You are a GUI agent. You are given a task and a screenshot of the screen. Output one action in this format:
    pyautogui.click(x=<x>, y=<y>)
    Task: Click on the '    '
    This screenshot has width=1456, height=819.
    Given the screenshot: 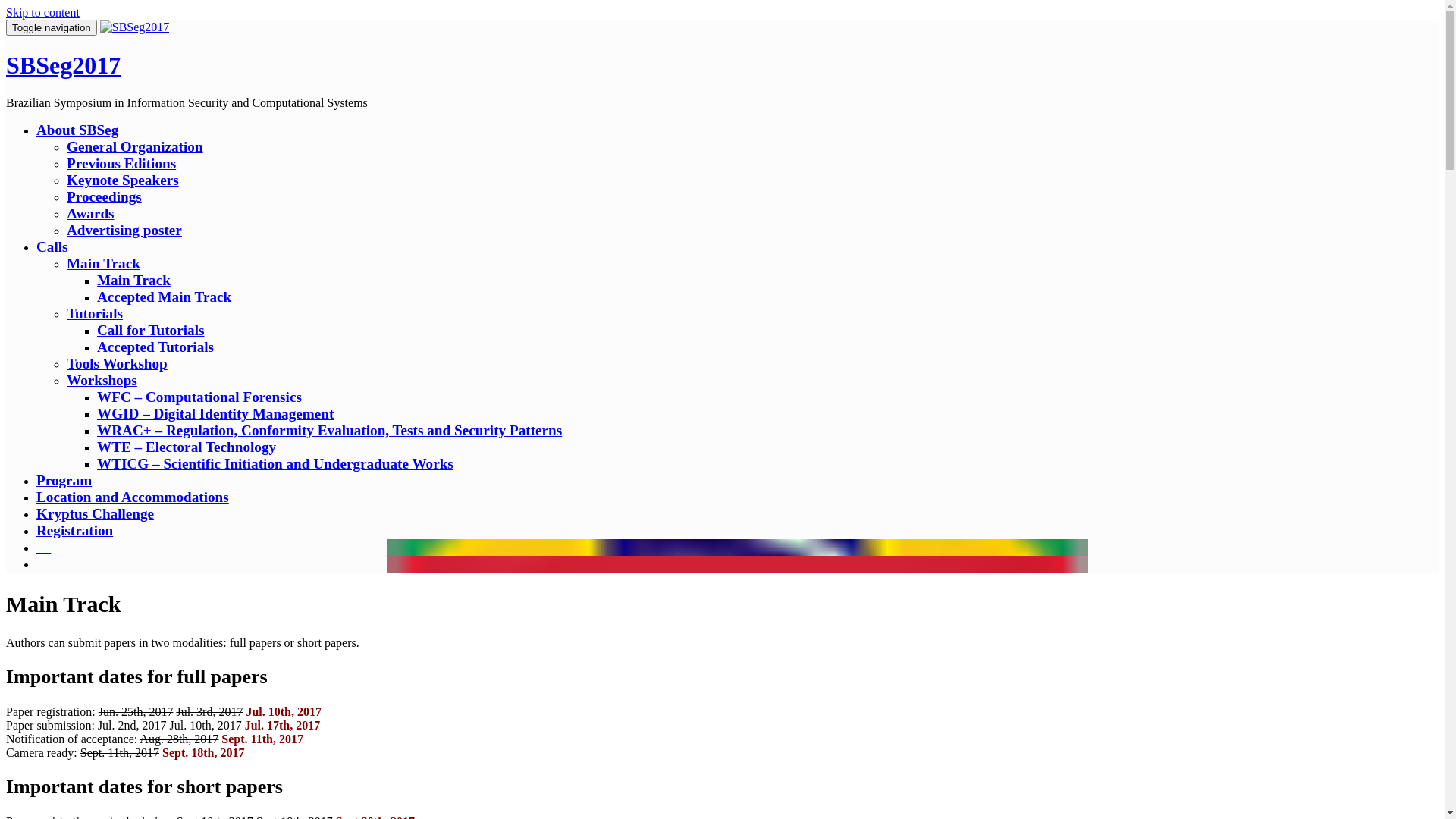 What is the action you would take?
    pyautogui.click(x=43, y=563)
    